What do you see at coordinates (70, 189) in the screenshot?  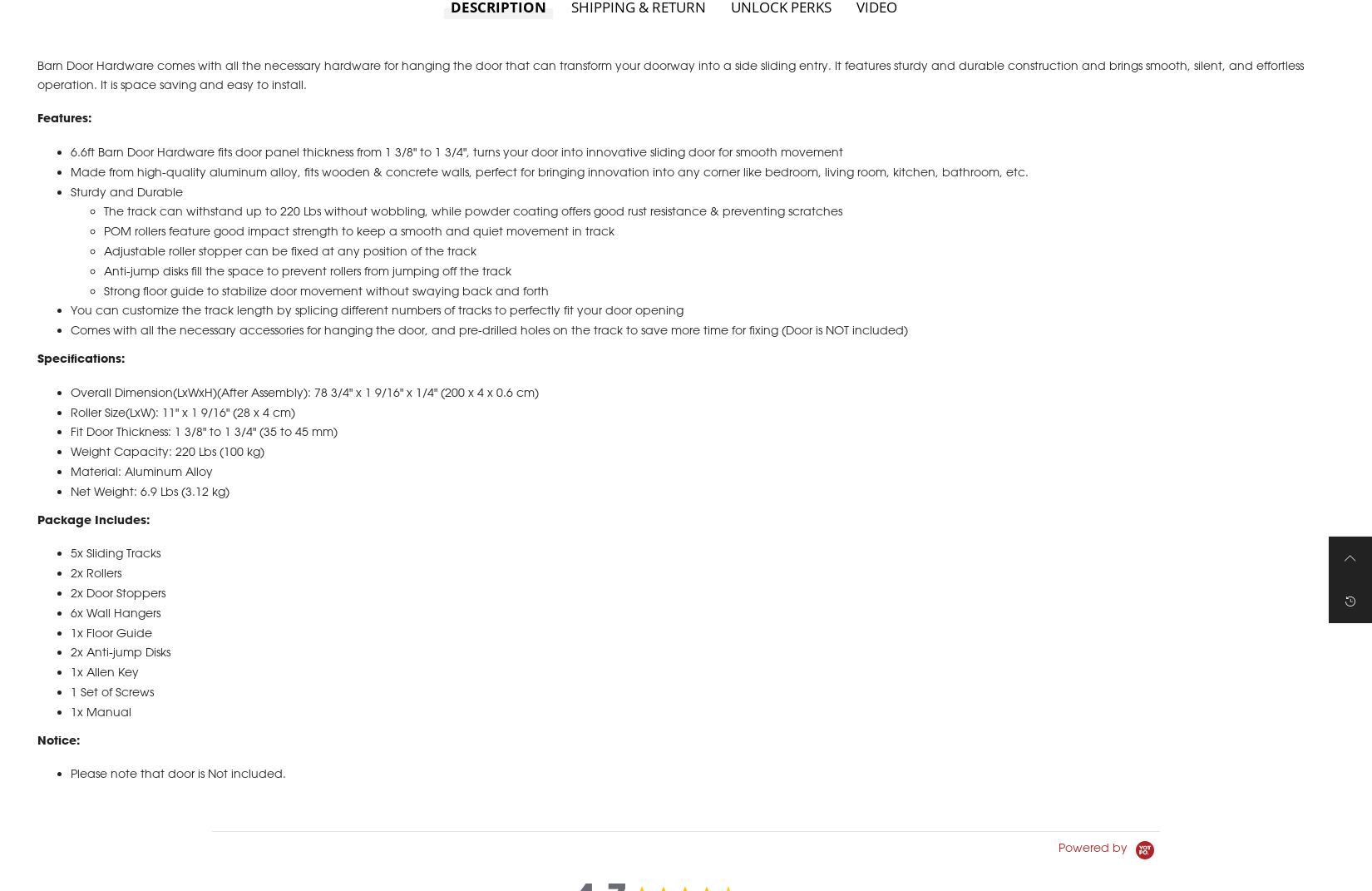 I see `'Made from high-quality aluminum alloy, fits wooden & concrete walls, perfect for bringing innovation into any corner like bedroom, living room, kitchen, bathroom, etc.'` at bounding box center [70, 189].